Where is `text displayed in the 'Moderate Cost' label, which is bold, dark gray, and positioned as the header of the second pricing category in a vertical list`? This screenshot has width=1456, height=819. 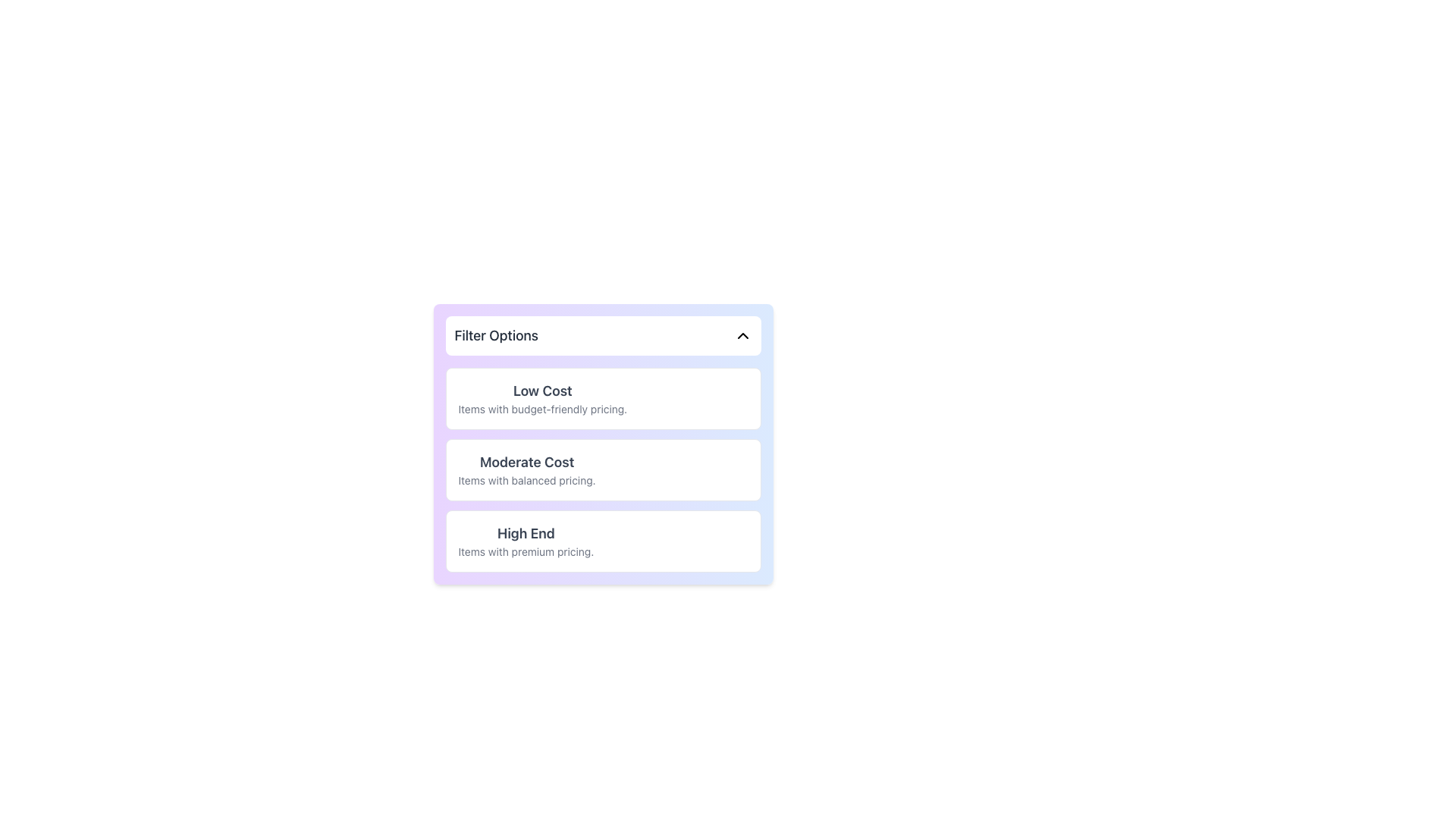
text displayed in the 'Moderate Cost' label, which is bold, dark gray, and positioned as the header of the second pricing category in a vertical list is located at coordinates (527, 461).